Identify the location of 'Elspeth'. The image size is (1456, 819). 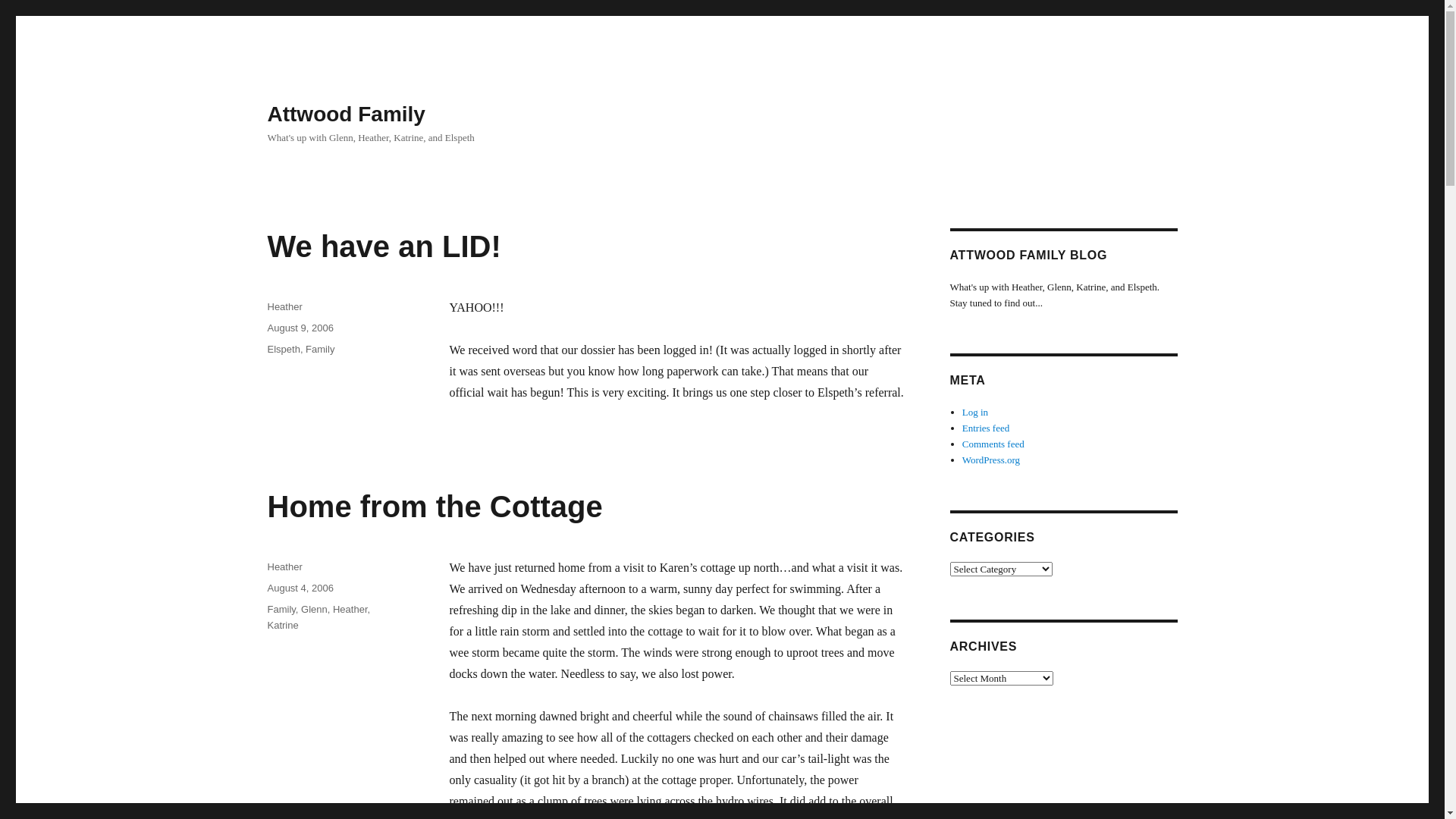
(266, 349).